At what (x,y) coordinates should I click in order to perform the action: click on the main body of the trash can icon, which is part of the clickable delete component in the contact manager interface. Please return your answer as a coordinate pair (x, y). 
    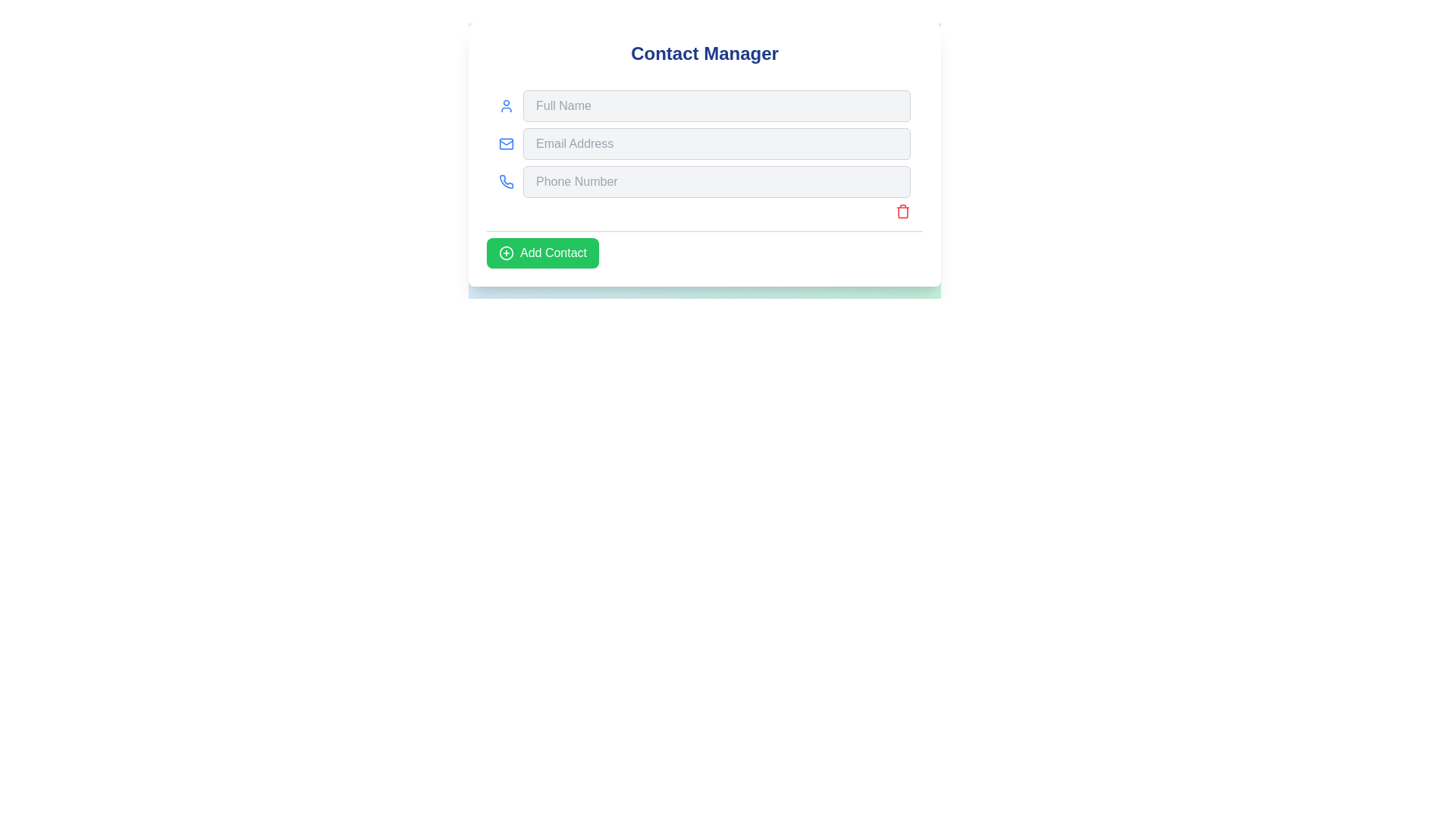
    Looking at the image, I should click on (902, 212).